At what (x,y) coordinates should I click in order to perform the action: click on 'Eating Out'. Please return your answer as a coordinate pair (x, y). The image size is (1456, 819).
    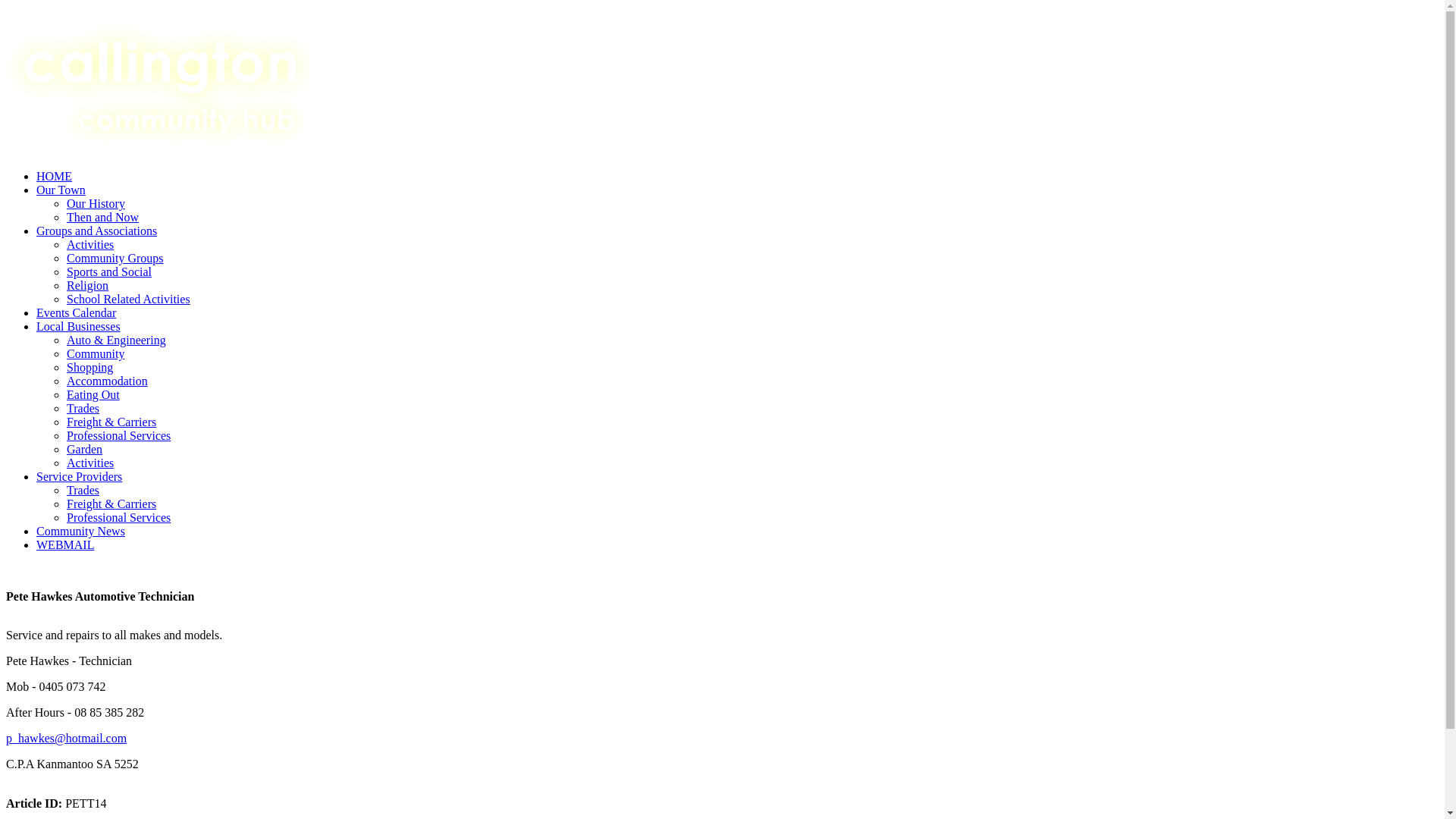
    Looking at the image, I should click on (65, 394).